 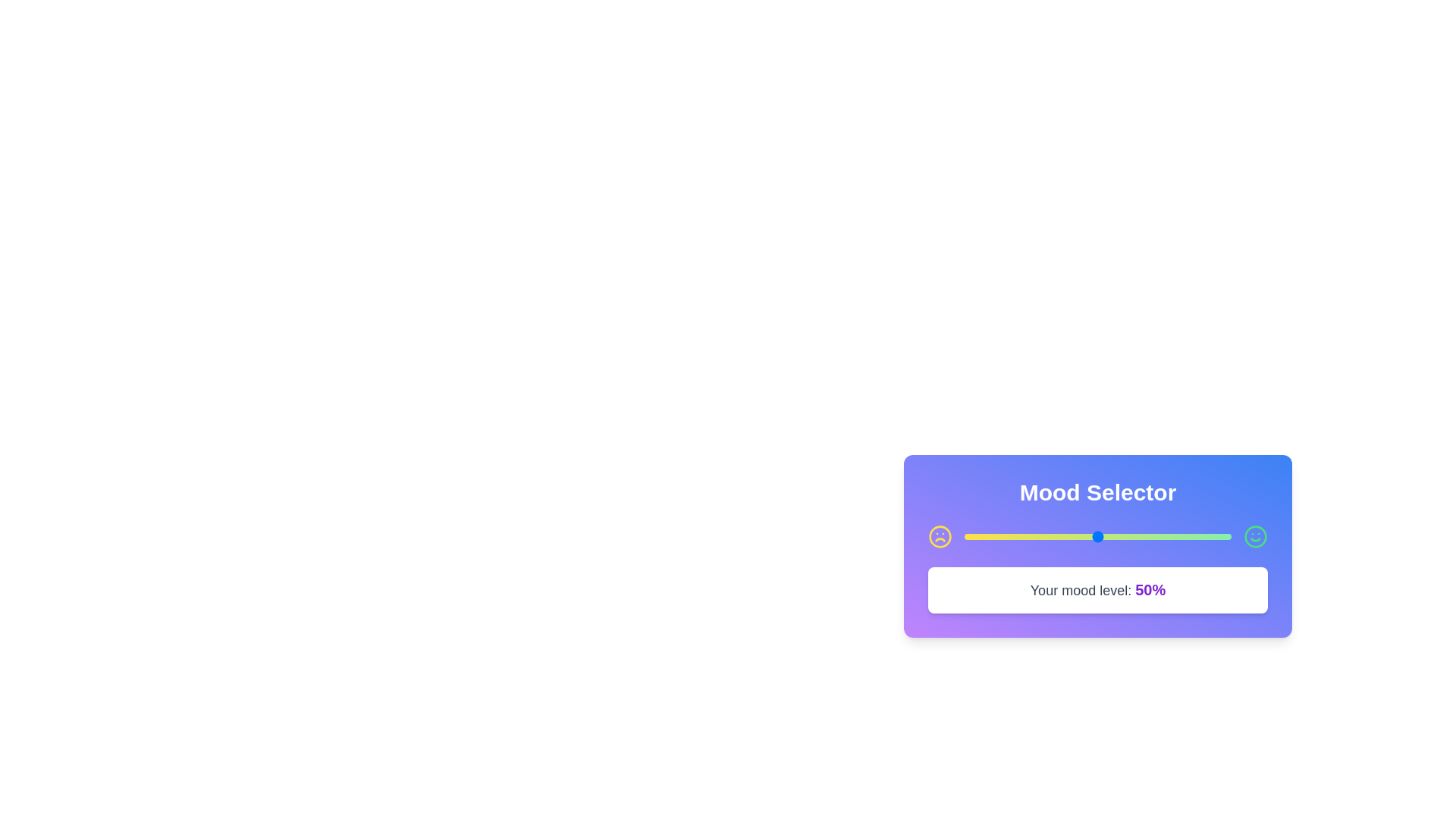 I want to click on the mood slider to set the mood value to 69, so click(x=1148, y=536).